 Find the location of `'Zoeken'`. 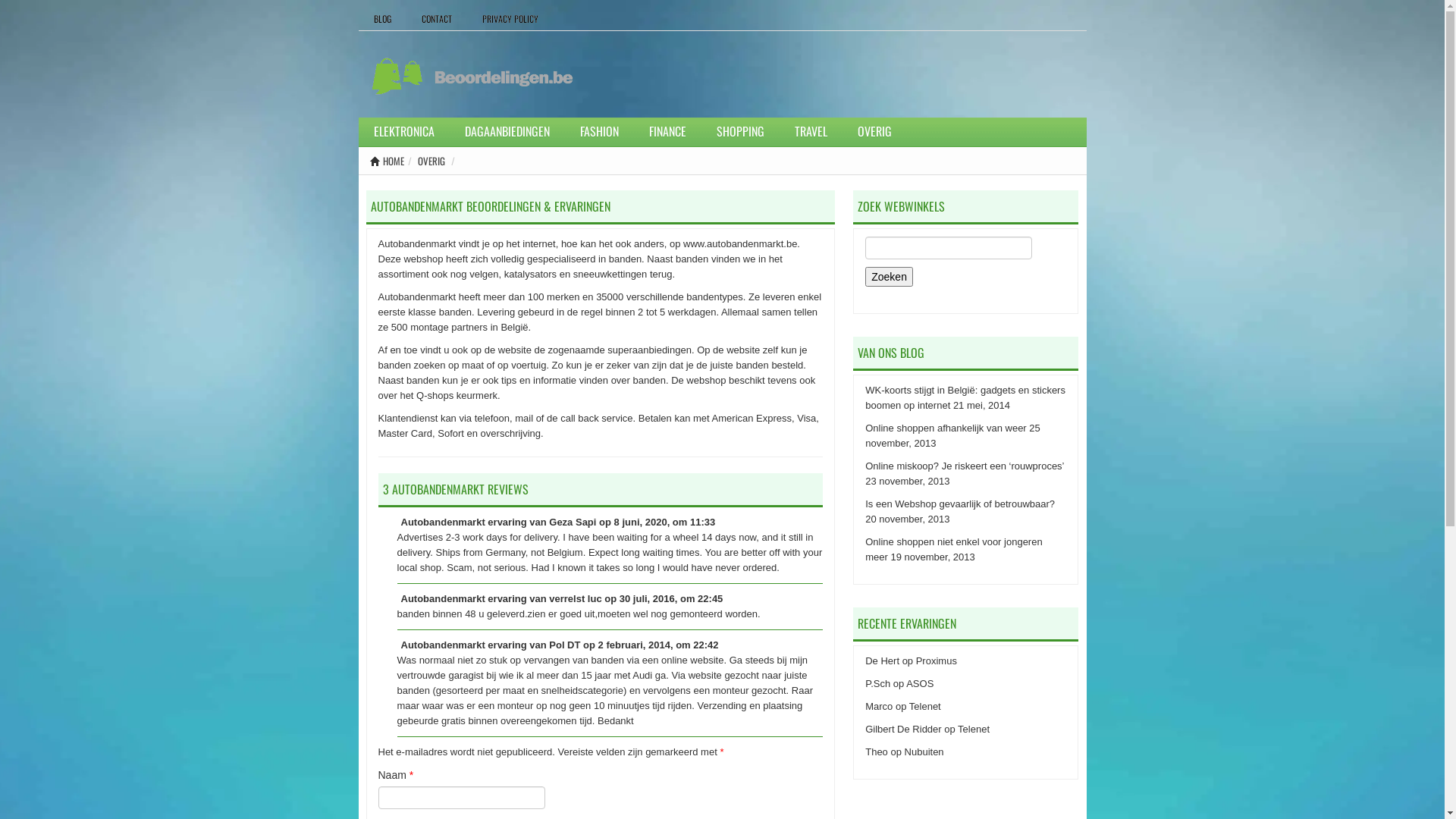

'Zoeken' is located at coordinates (889, 277).